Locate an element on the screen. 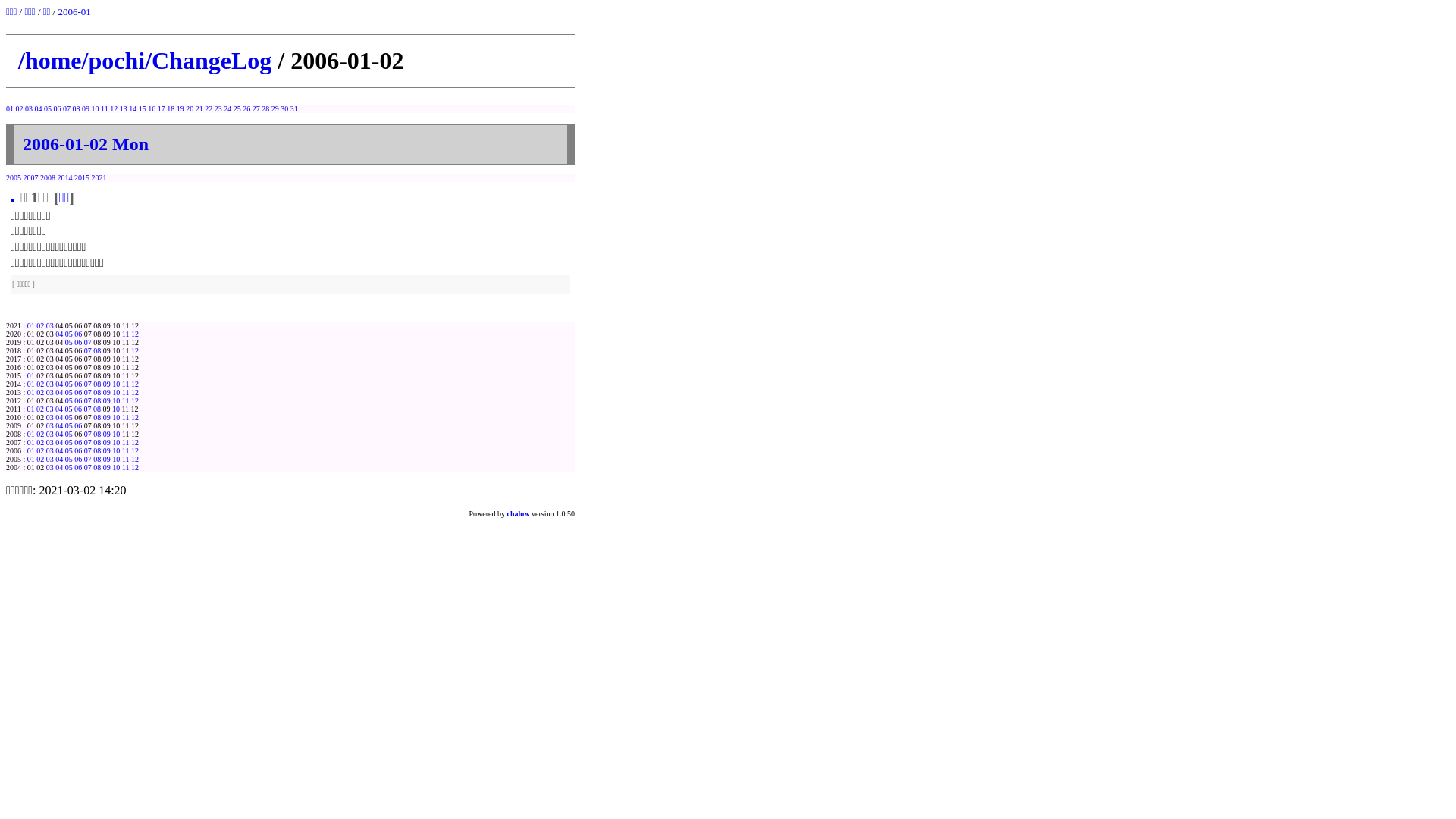 The height and width of the screenshot is (819, 1456). '2015' is located at coordinates (80, 177).